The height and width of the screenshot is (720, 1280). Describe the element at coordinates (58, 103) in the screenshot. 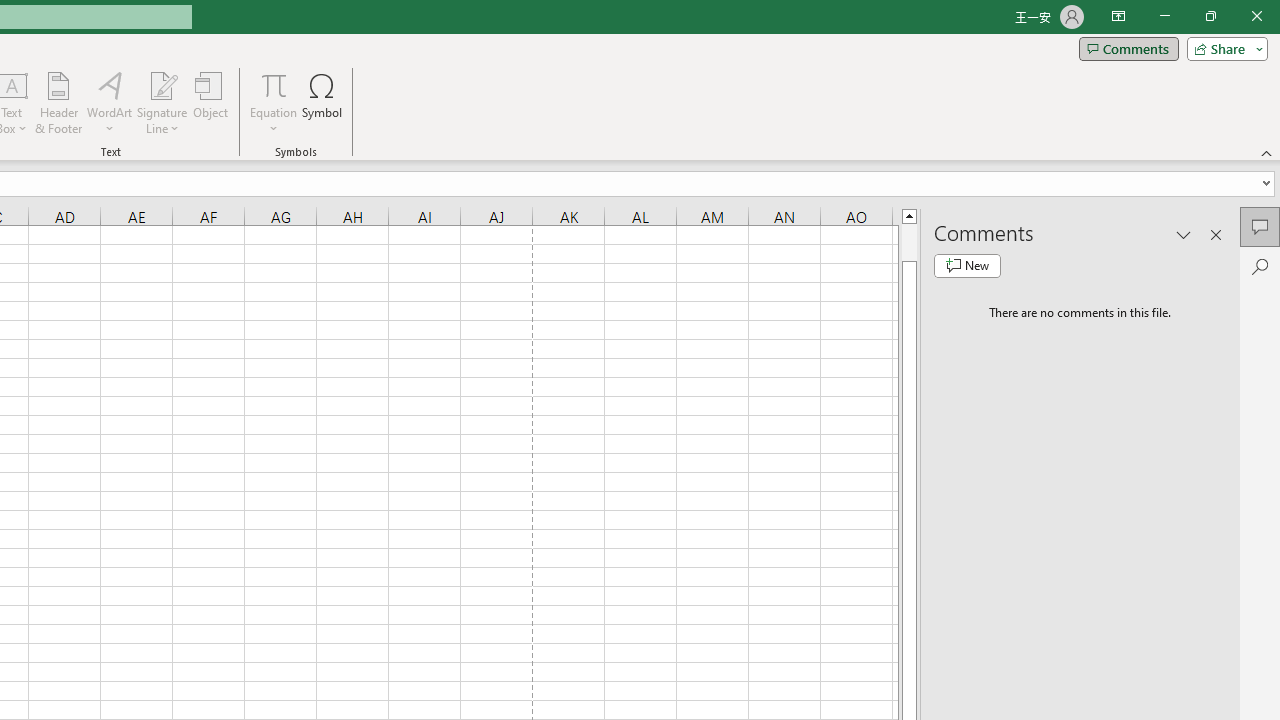

I see `'Header & Footer...'` at that location.